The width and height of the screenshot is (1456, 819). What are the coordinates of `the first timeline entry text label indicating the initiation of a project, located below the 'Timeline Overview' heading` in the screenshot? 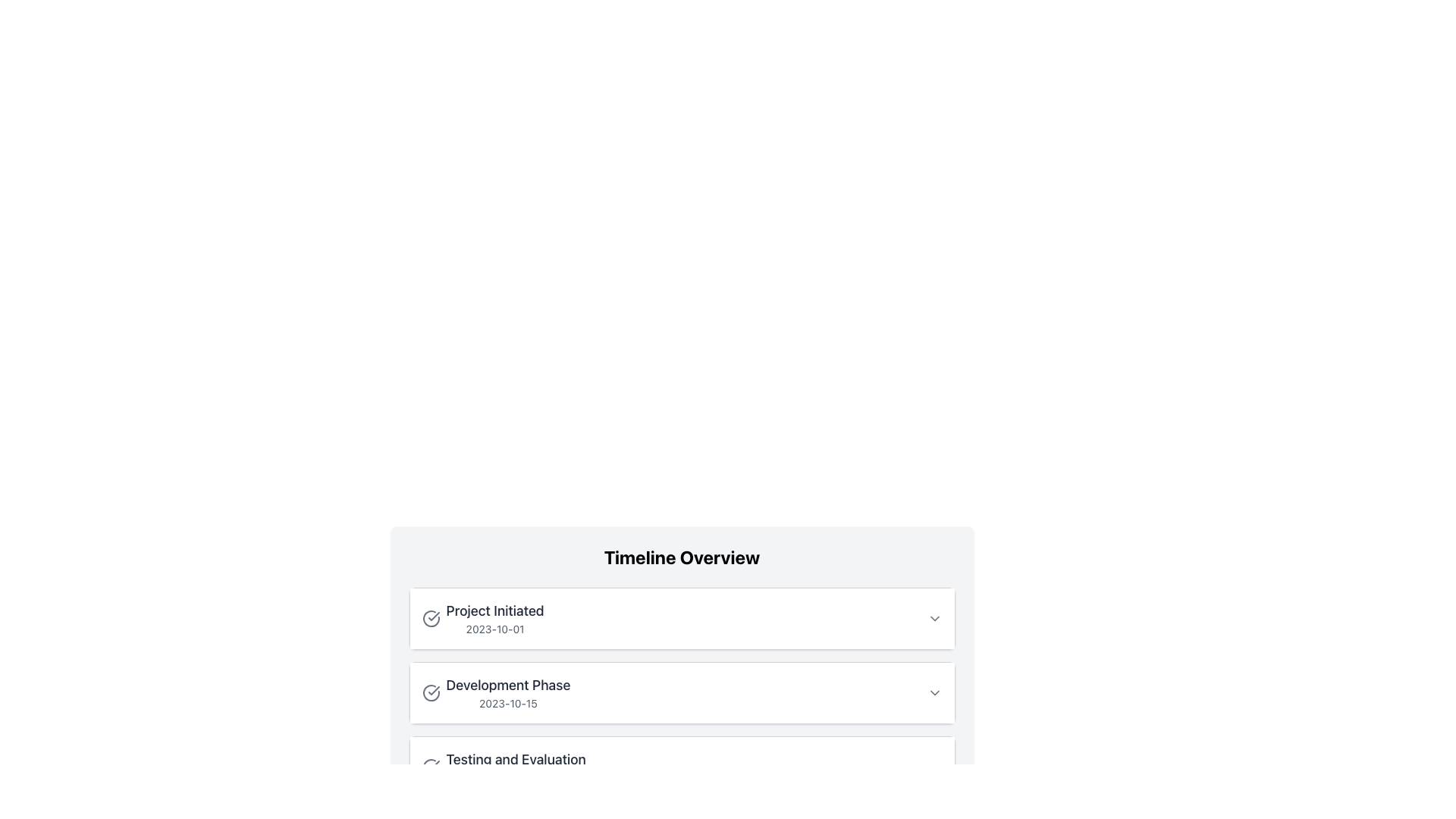 It's located at (494, 619).